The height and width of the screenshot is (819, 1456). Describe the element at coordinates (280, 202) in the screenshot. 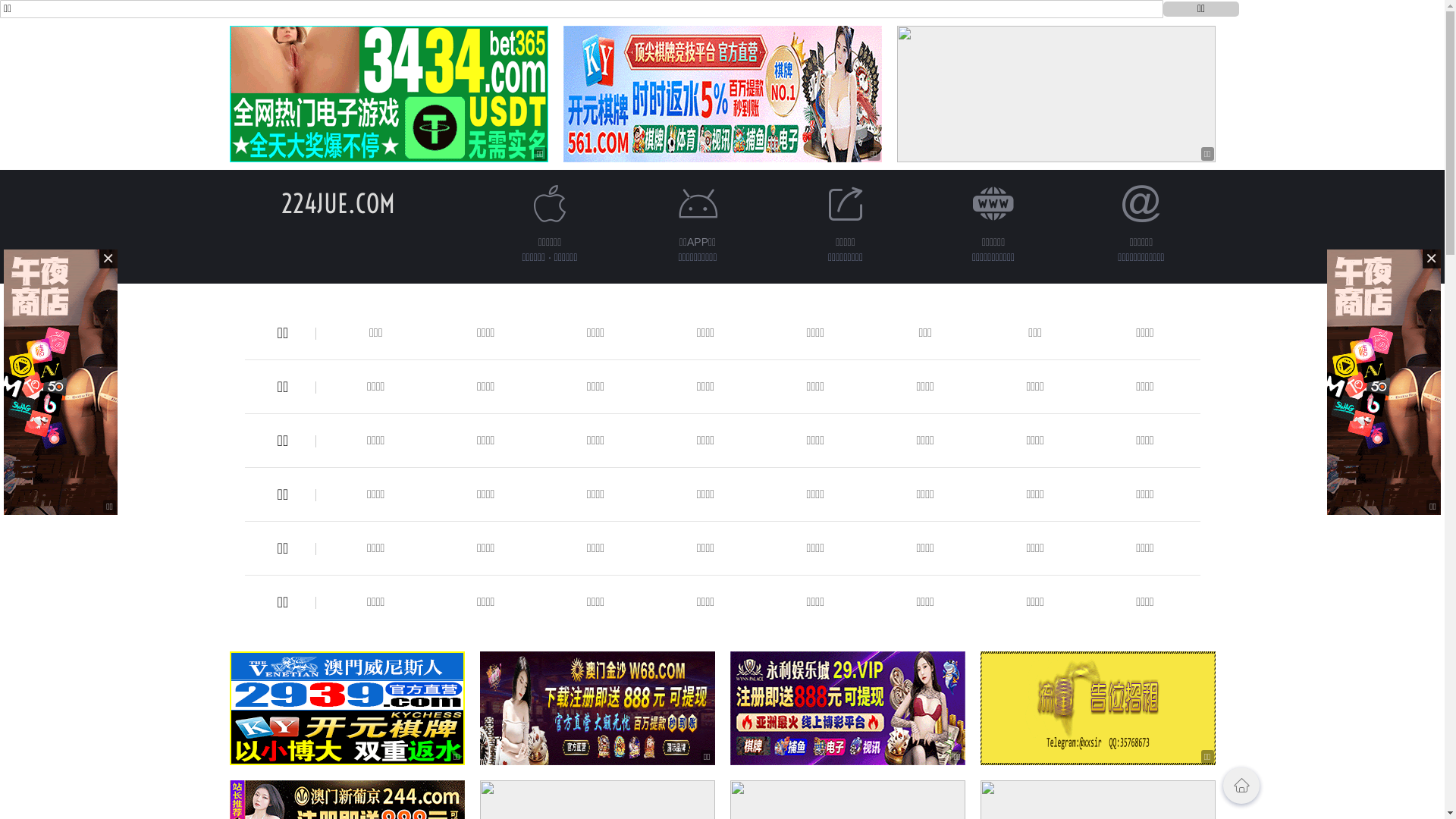

I see `'224JUE.COM'` at that location.